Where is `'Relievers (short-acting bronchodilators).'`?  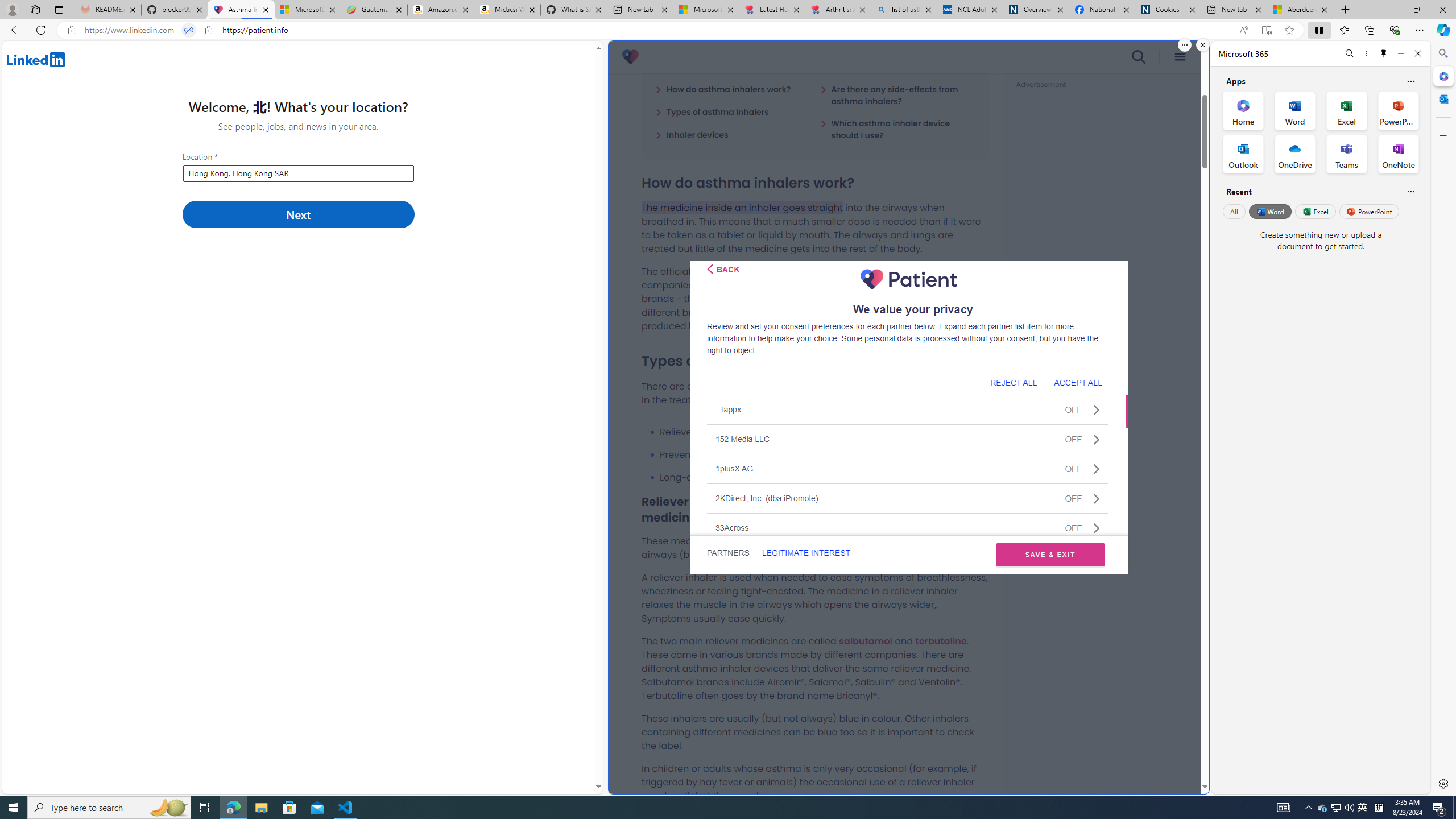
'Relievers (short-acting bronchodilators).' is located at coordinates (823, 431).